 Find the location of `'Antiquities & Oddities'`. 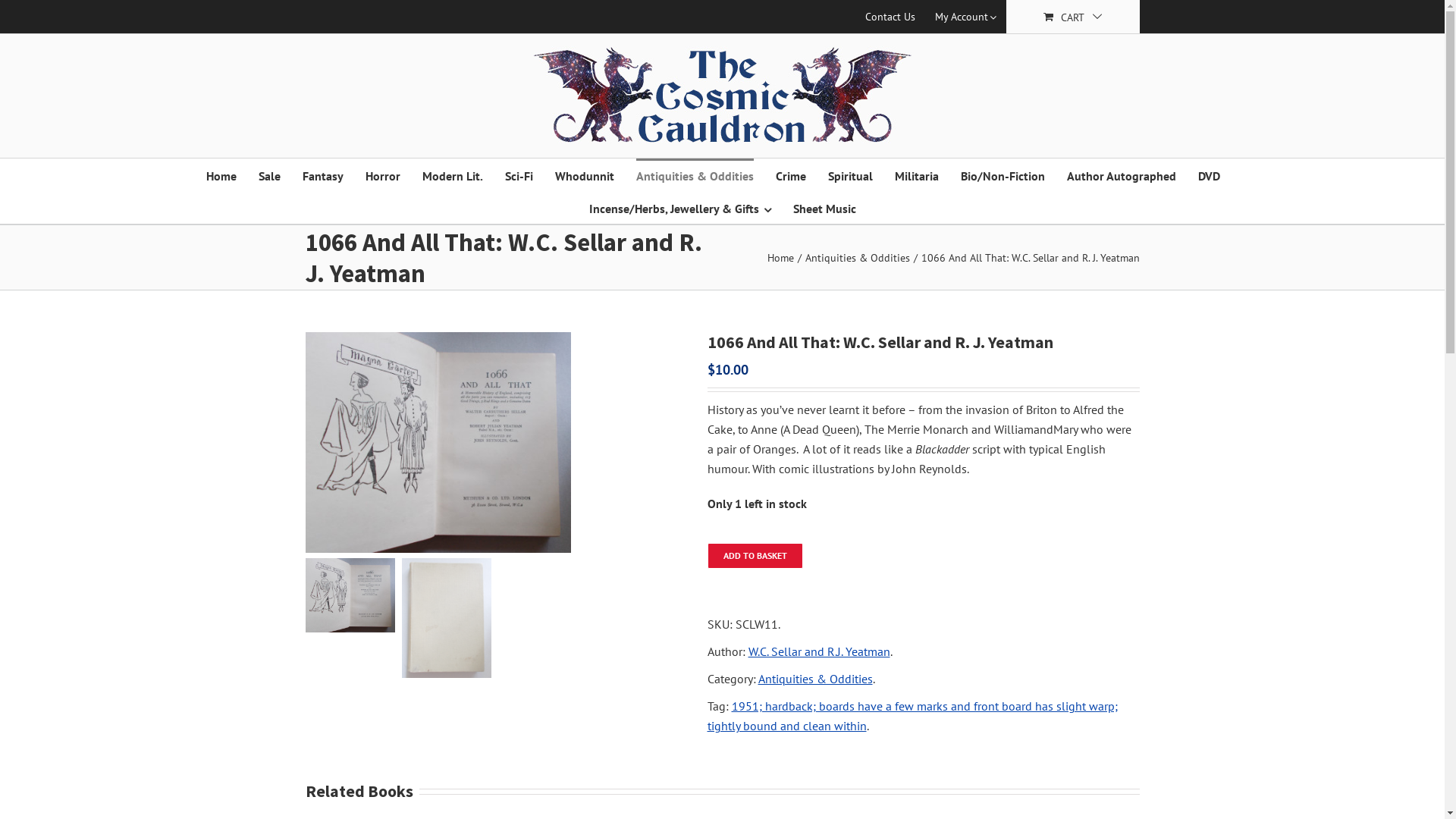

'Antiquities & Oddities' is located at coordinates (858, 256).